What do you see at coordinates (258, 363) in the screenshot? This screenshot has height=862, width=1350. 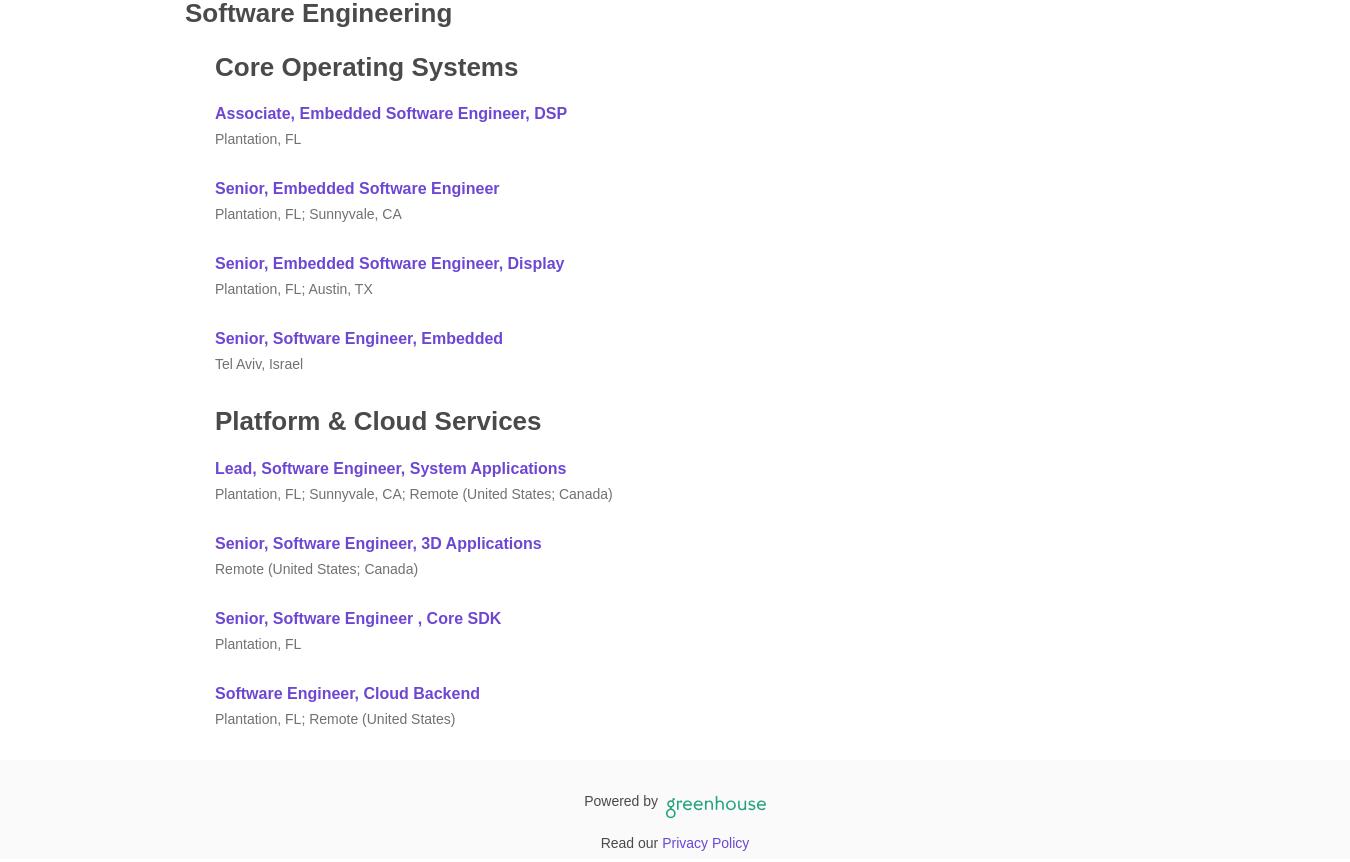 I see `'Tel Aviv, Israel'` at bounding box center [258, 363].